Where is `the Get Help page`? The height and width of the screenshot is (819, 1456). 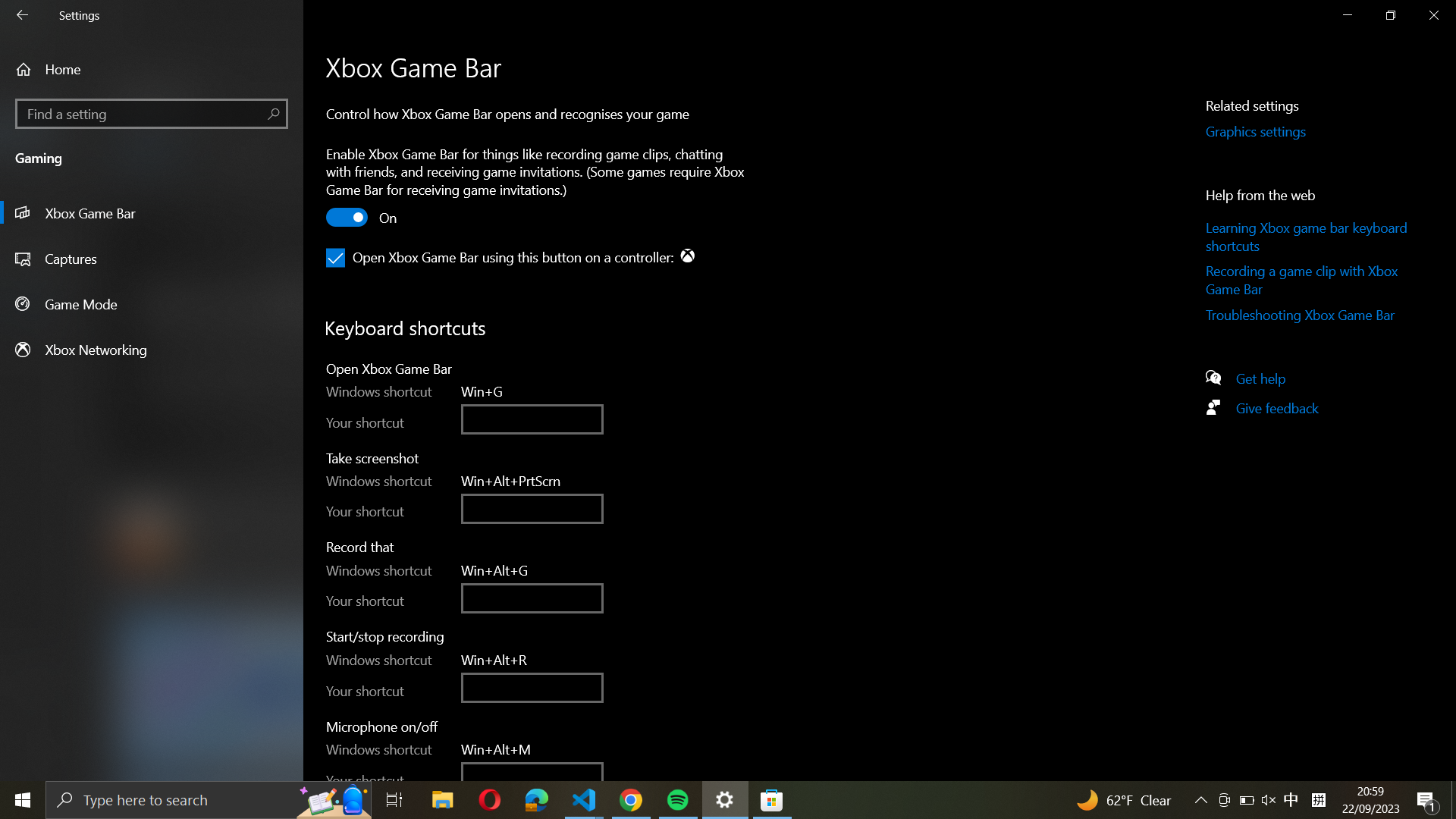
the Get Help page is located at coordinates (1267, 376).